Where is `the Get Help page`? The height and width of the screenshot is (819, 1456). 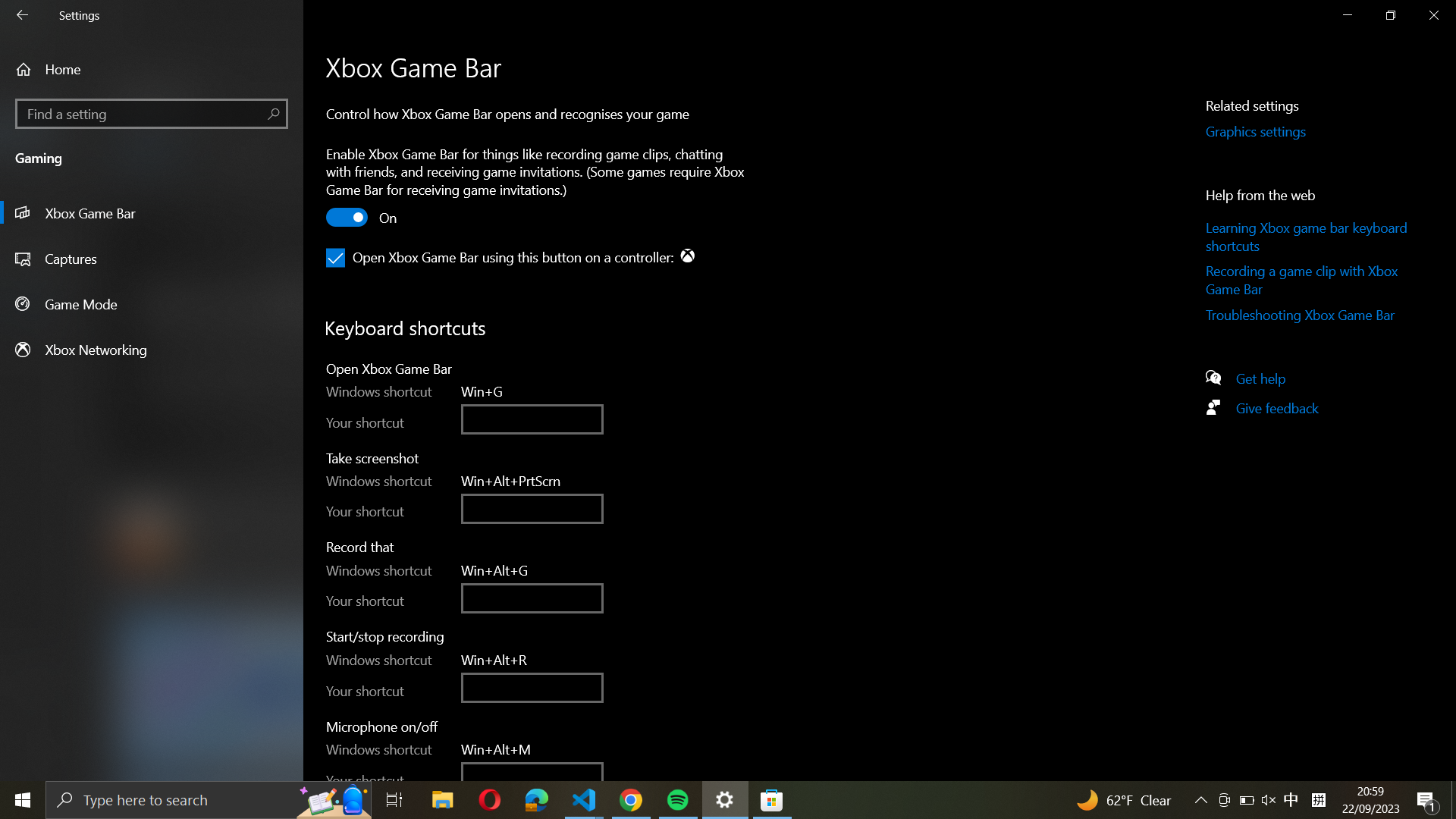
the Get Help page is located at coordinates (1267, 376).